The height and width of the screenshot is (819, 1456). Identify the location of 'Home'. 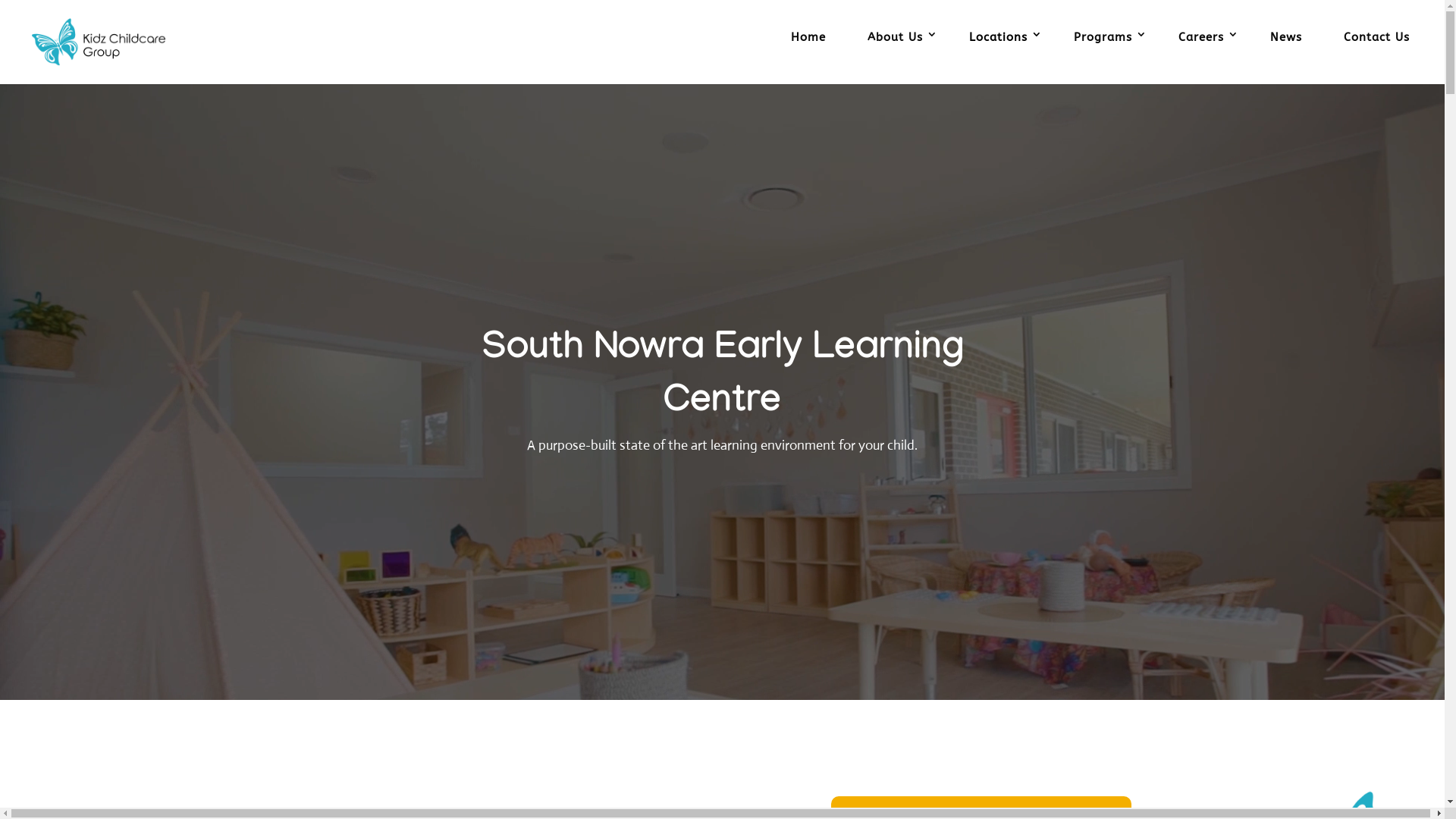
(807, 52).